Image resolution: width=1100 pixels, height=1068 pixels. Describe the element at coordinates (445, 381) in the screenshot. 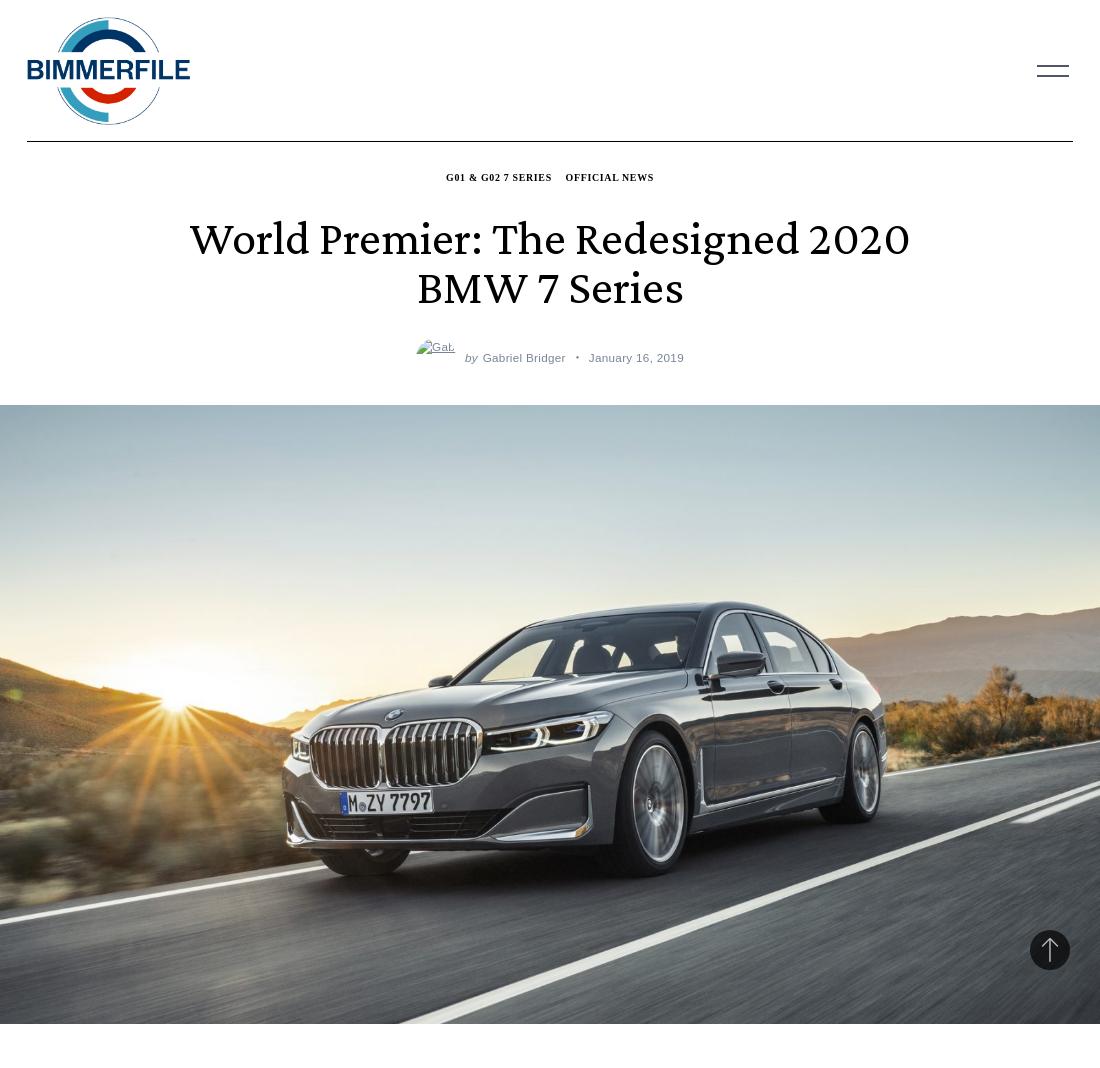

I see `'M Performance'` at that location.